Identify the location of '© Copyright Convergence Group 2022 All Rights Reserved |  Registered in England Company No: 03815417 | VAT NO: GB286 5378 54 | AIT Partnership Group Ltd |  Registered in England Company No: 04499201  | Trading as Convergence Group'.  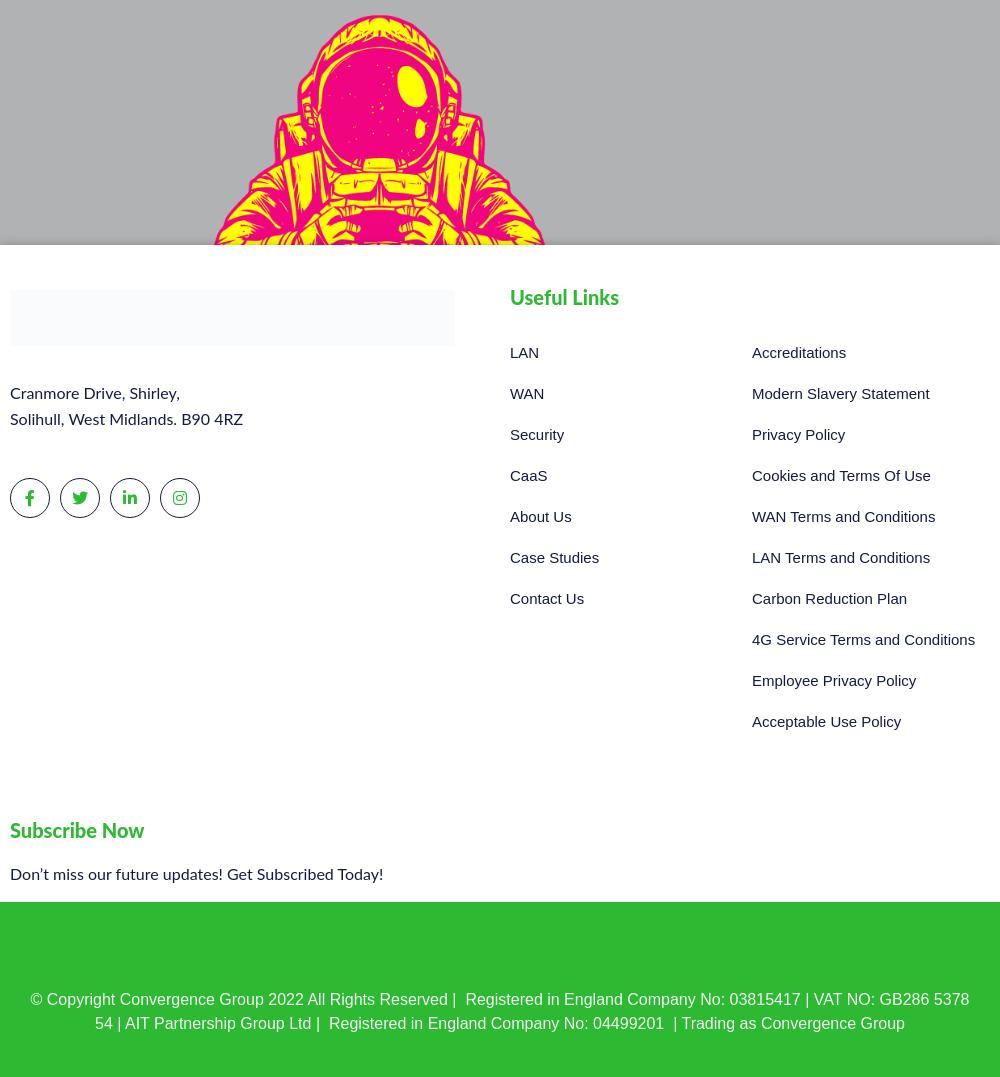
(498, 1009).